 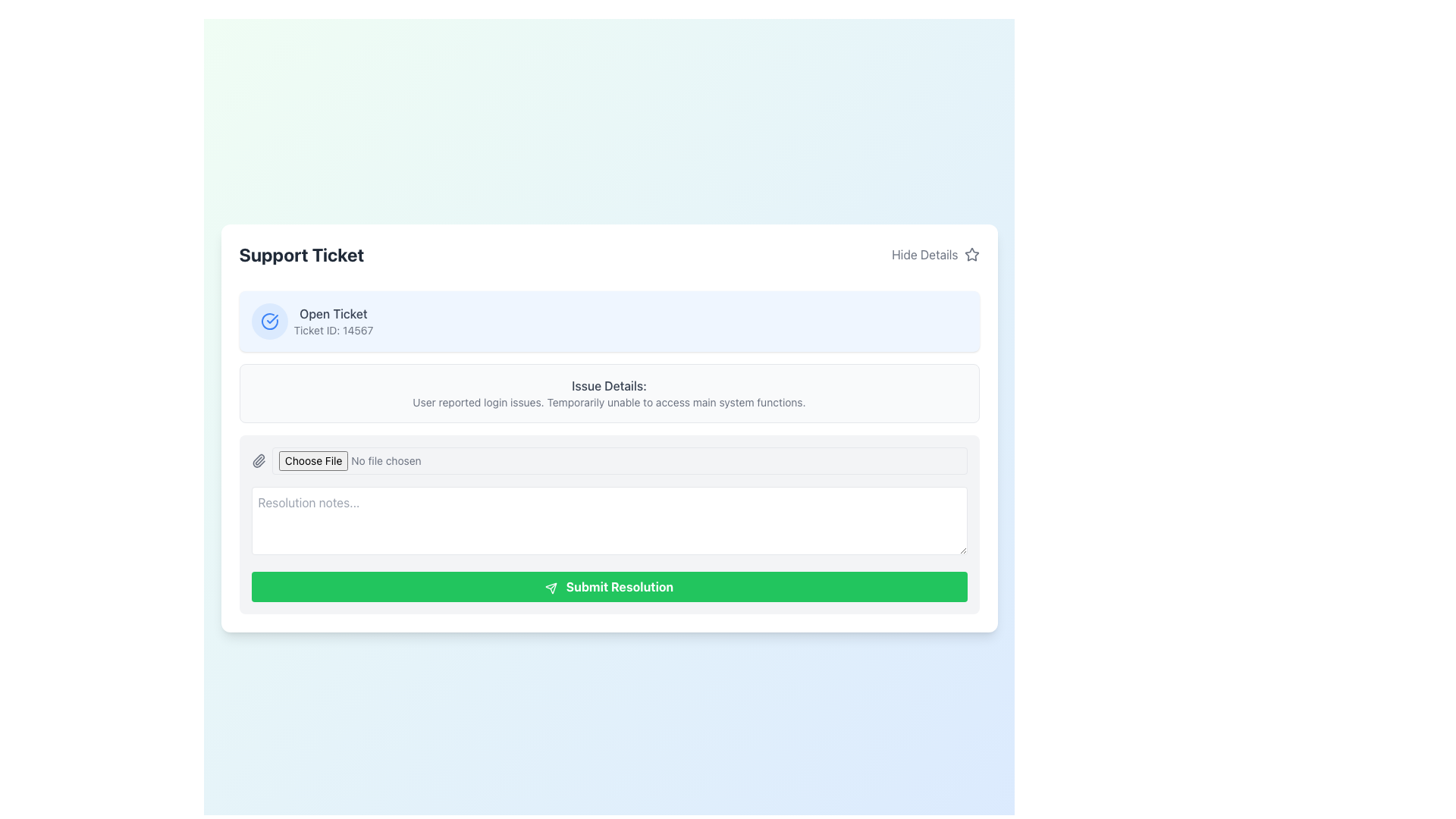 What do you see at coordinates (971, 253) in the screenshot?
I see `the toggle icon button located at the right-hand corner of the 'Support Ticket' panel` at bounding box center [971, 253].